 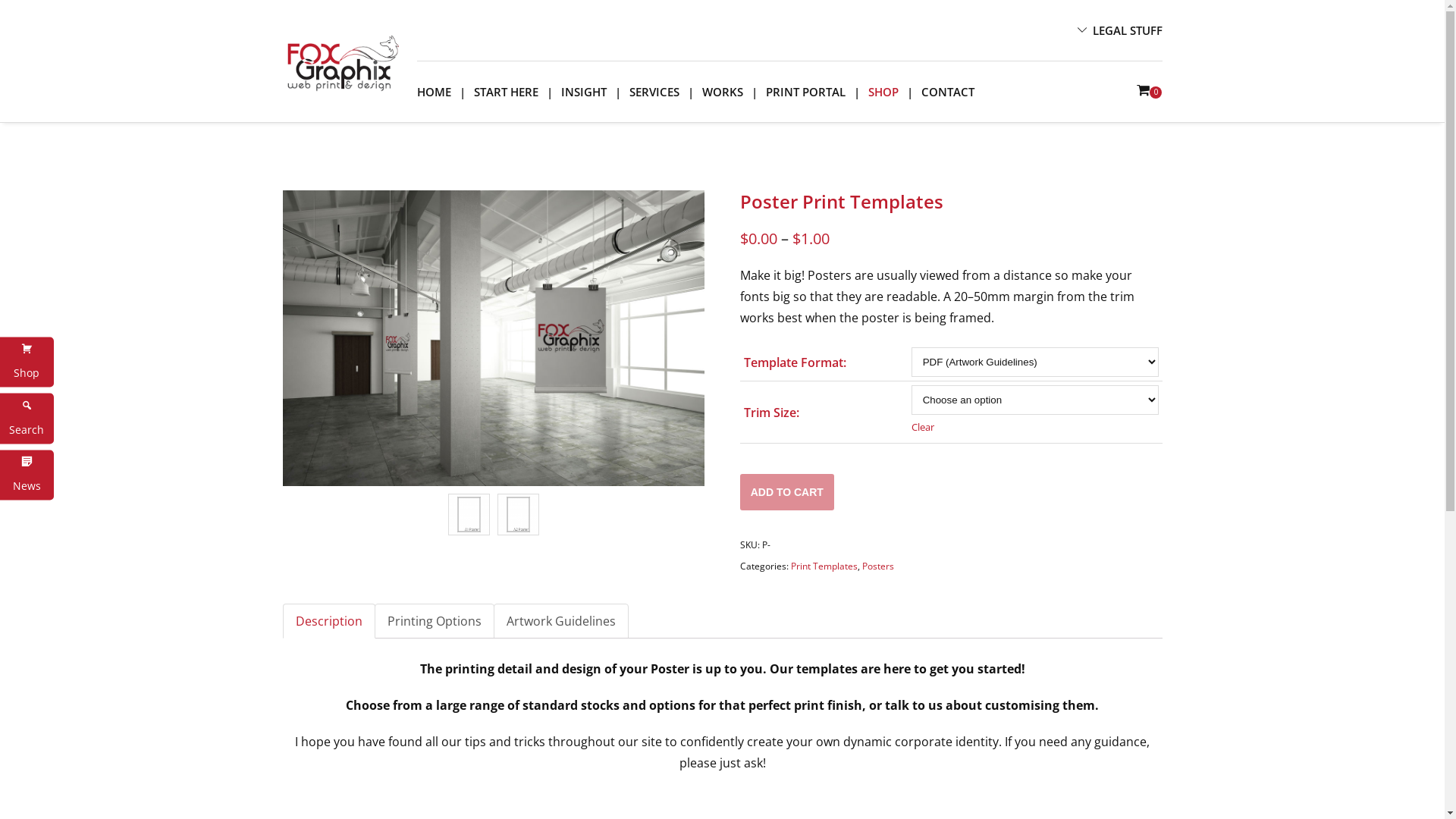 What do you see at coordinates (786, 491) in the screenshot?
I see `'ADD TO CART'` at bounding box center [786, 491].